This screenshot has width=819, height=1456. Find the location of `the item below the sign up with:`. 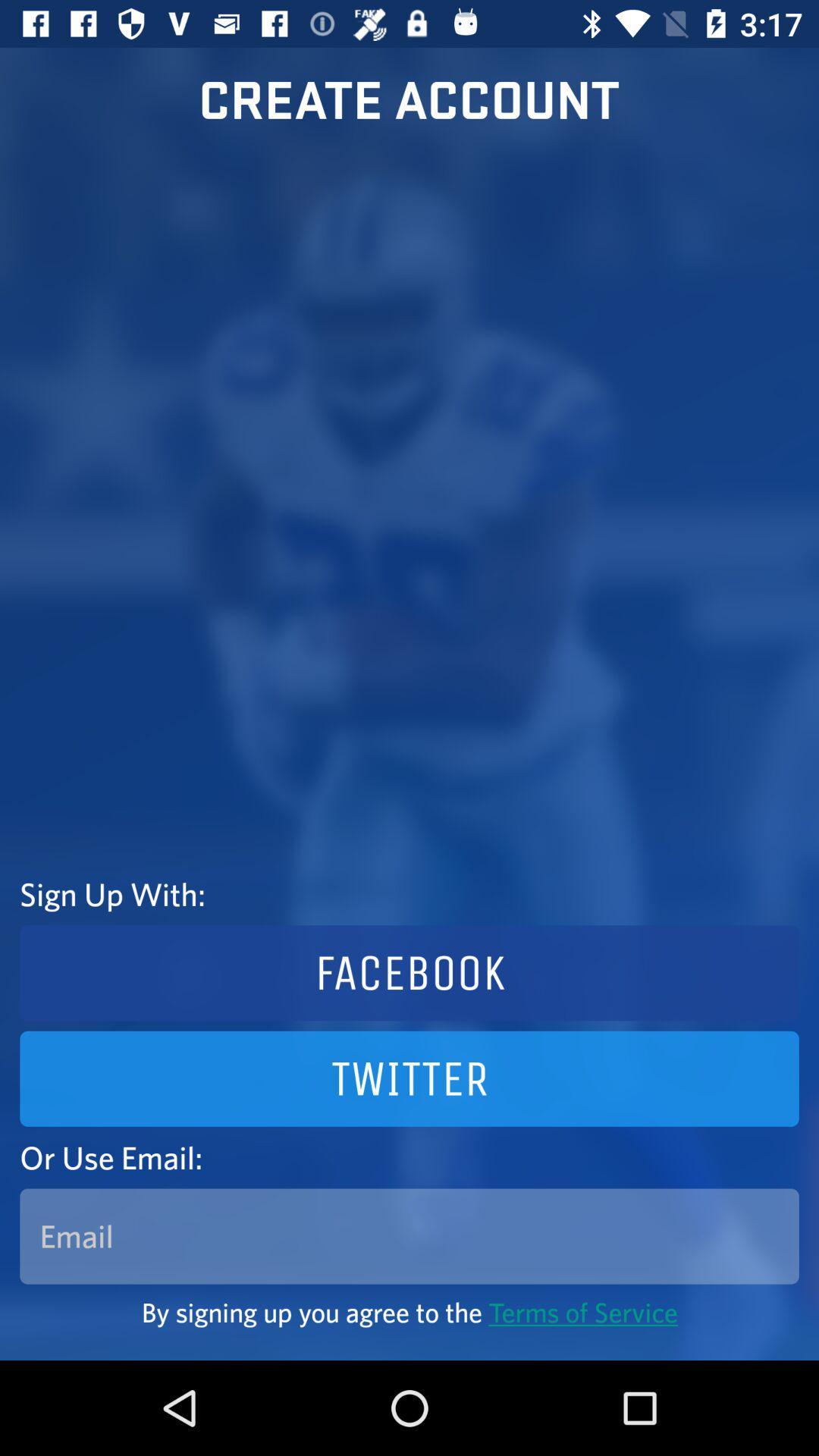

the item below the sign up with: is located at coordinates (409, 973).